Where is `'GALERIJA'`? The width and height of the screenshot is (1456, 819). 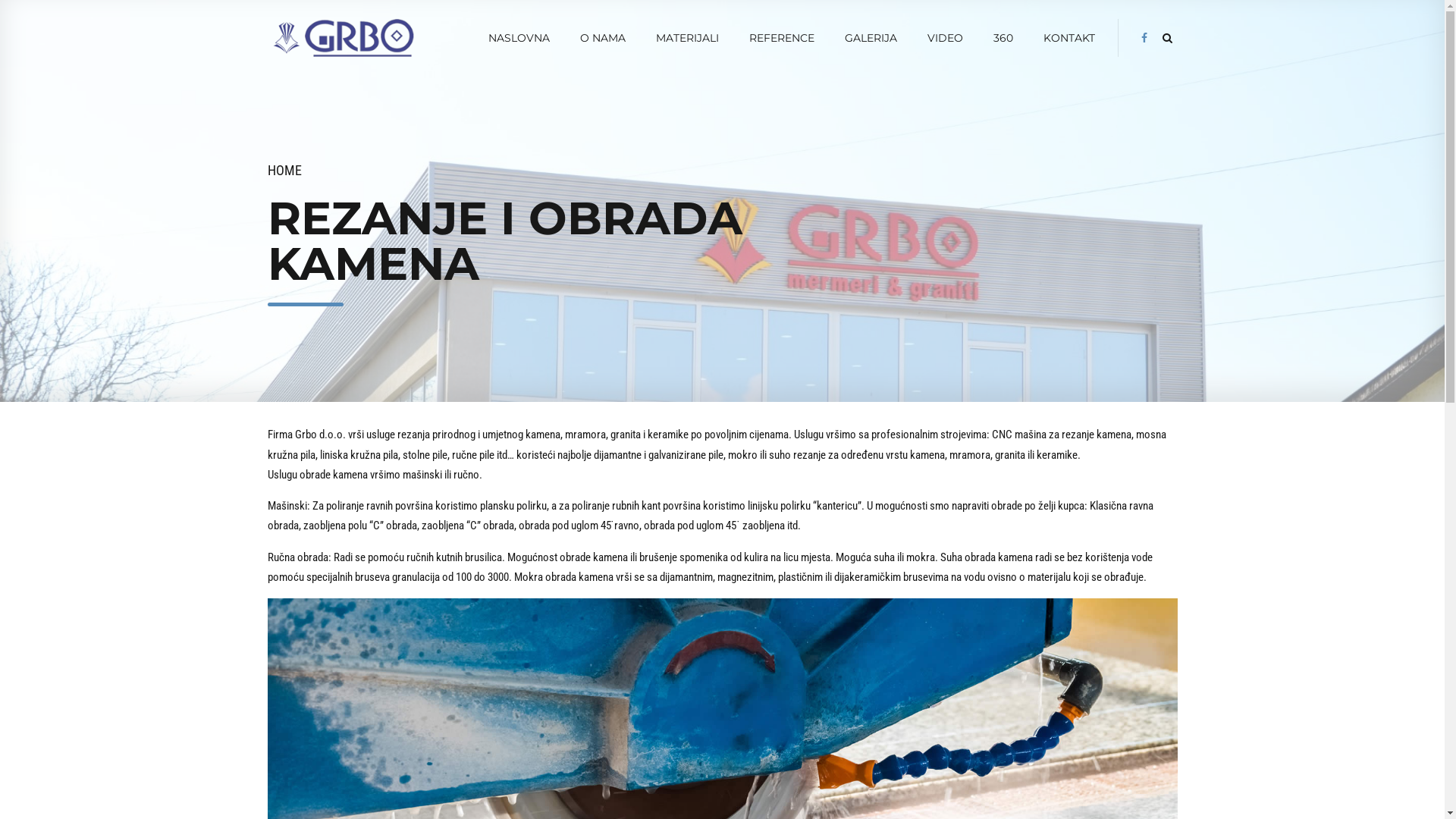 'GALERIJA' is located at coordinates (843, 37).